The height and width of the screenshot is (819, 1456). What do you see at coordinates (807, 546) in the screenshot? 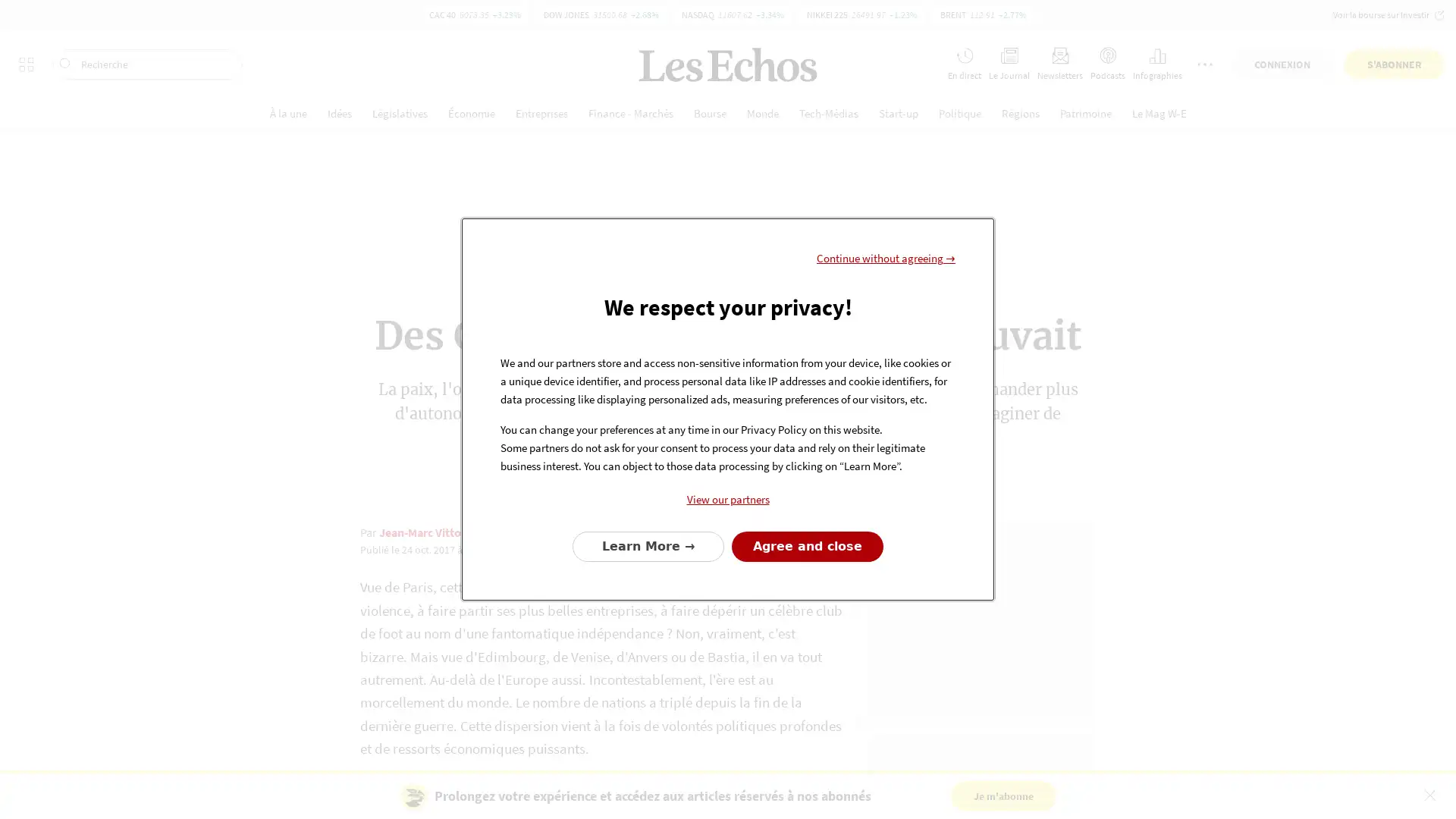
I see `Agree to our data processing and close` at bounding box center [807, 546].